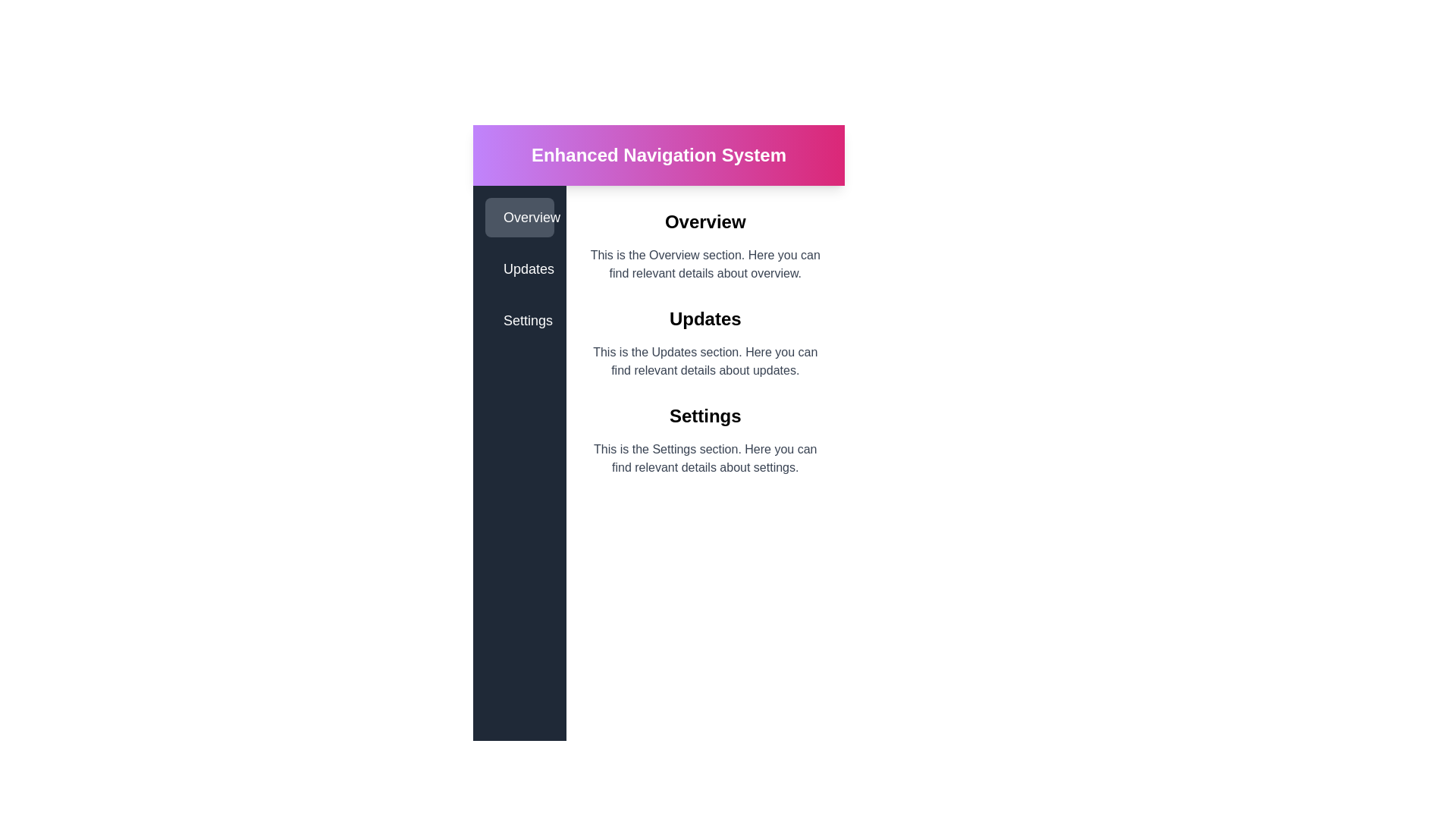 The width and height of the screenshot is (1456, 819). I want to click on the star-shaped icon located next to the text 'Overview' in the left sidebar of the layout, so click(503, 217).